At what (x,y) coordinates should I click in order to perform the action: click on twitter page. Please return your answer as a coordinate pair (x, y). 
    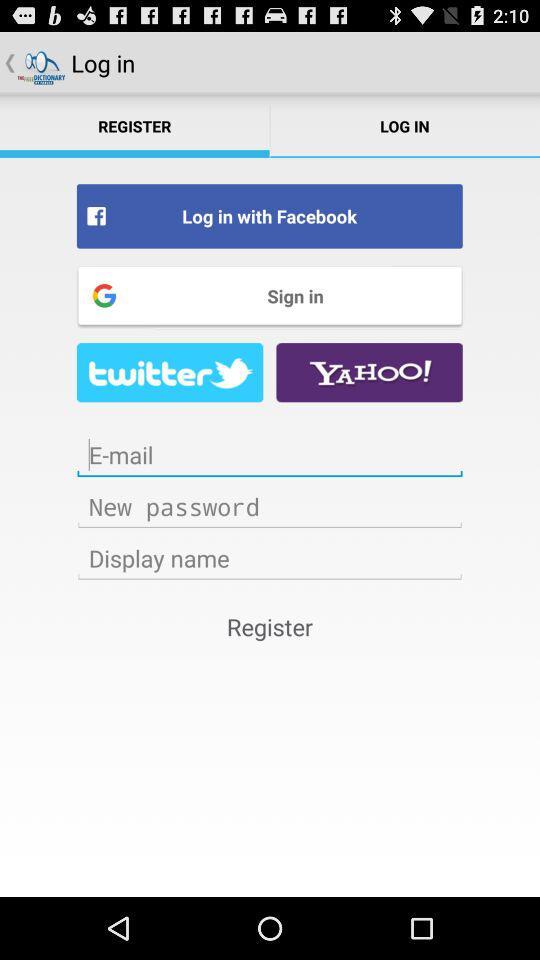
    Looking at the image, I should click on (170, 371).